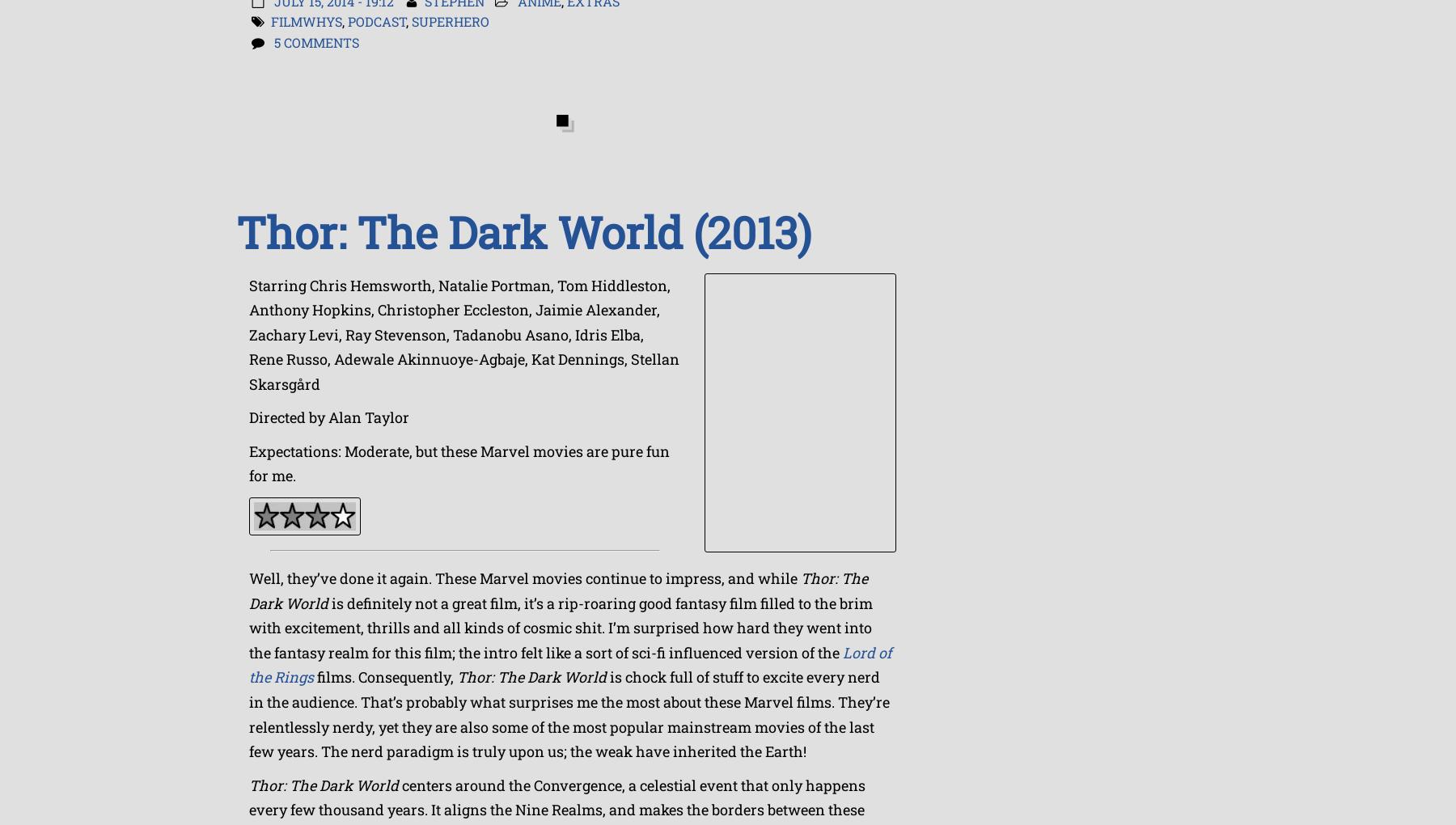 The height and width of the screenshot is (825, 1456). Describe the element at coordinates (459, 463) in the screenshot. I see `'Expectations: Moderate, but these Marvel movies are pure fun for me.'` at that location.